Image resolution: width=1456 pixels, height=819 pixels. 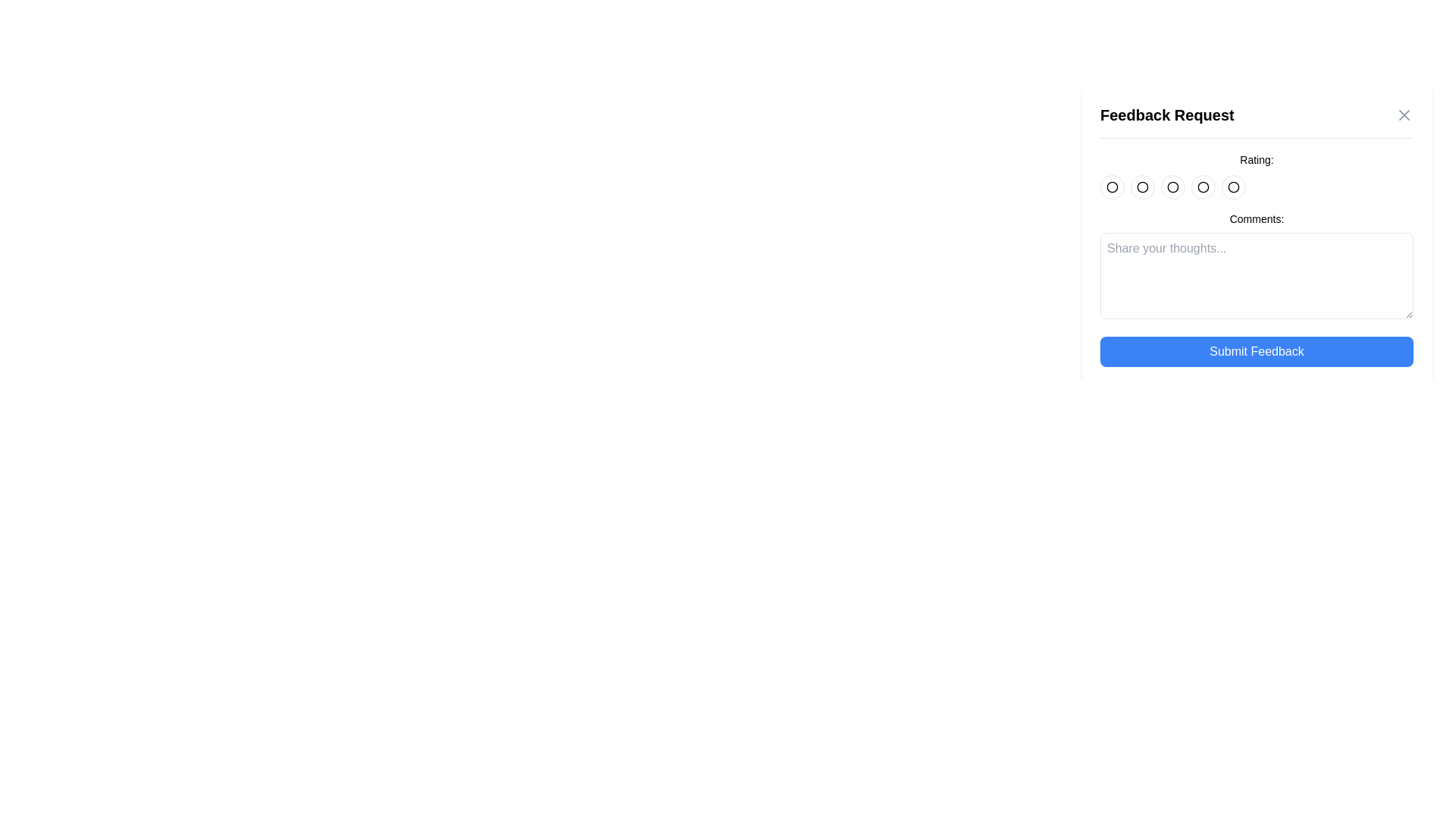 I want to click on the fourth circle icon in the feedback rating system, so click(x=1203, y=186).